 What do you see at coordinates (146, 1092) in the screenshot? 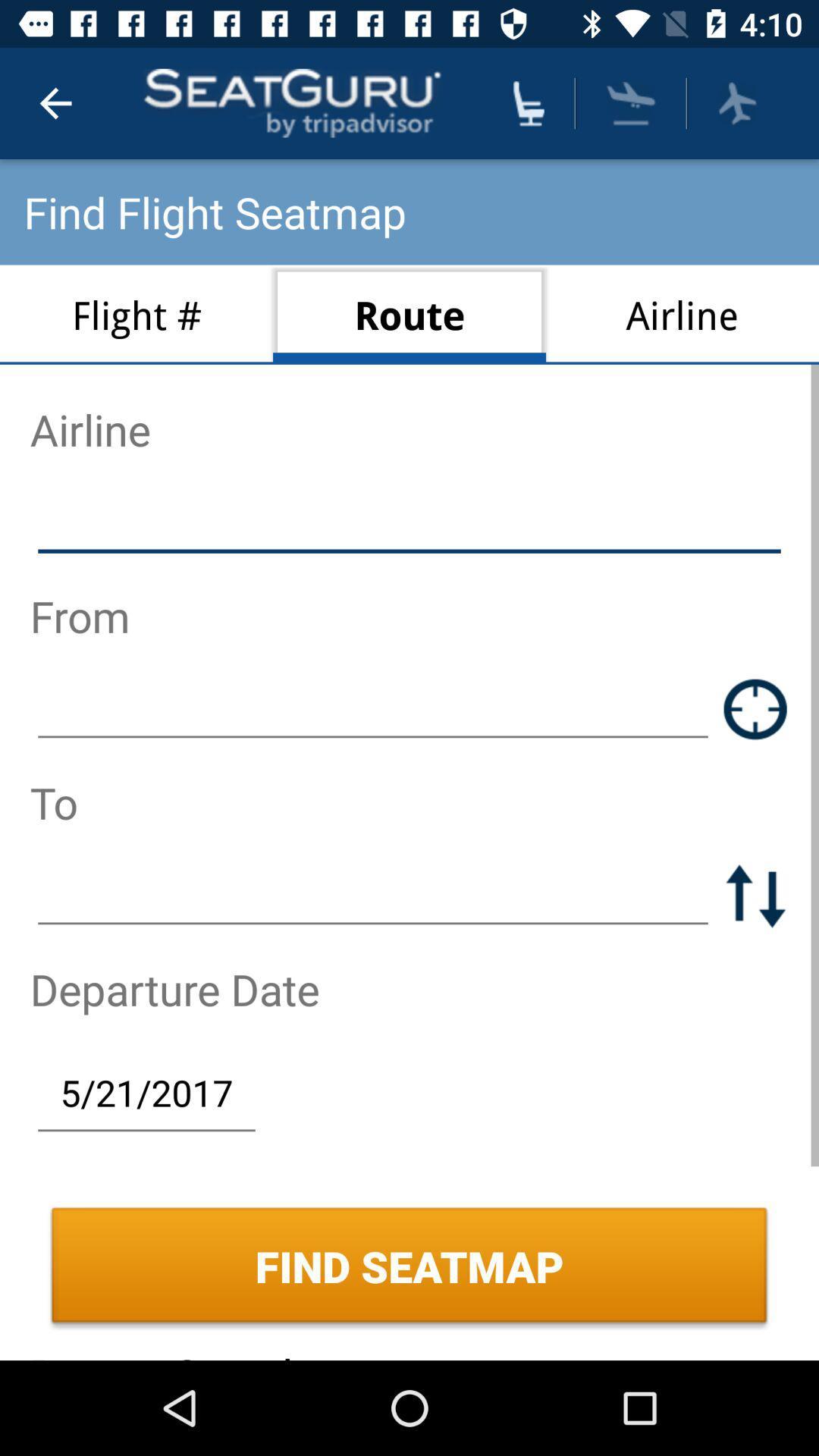
I see `5/21/2017 icon` at bounding box center [146, 1092].